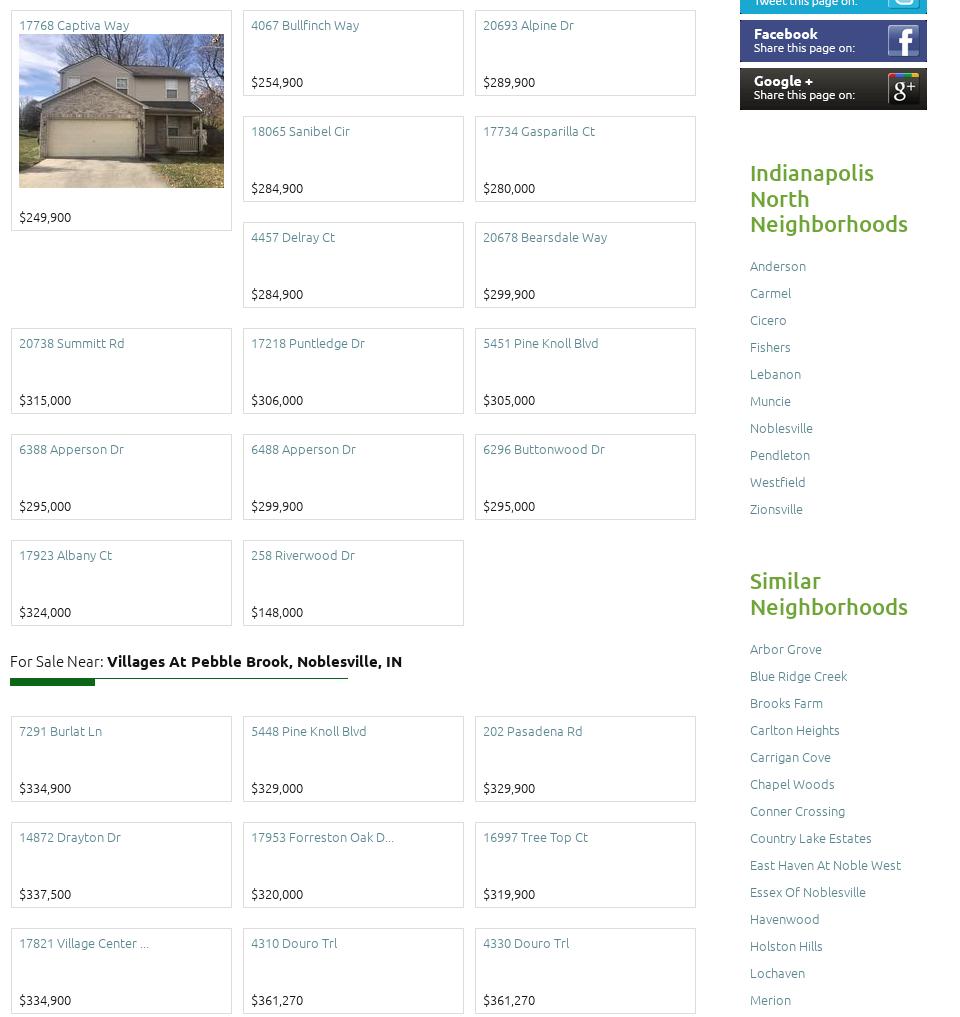  What do you see at coordinates (790, 756) in the screenshot?
I see `'Carrigan Cove'` at bounding box center [790, 756].